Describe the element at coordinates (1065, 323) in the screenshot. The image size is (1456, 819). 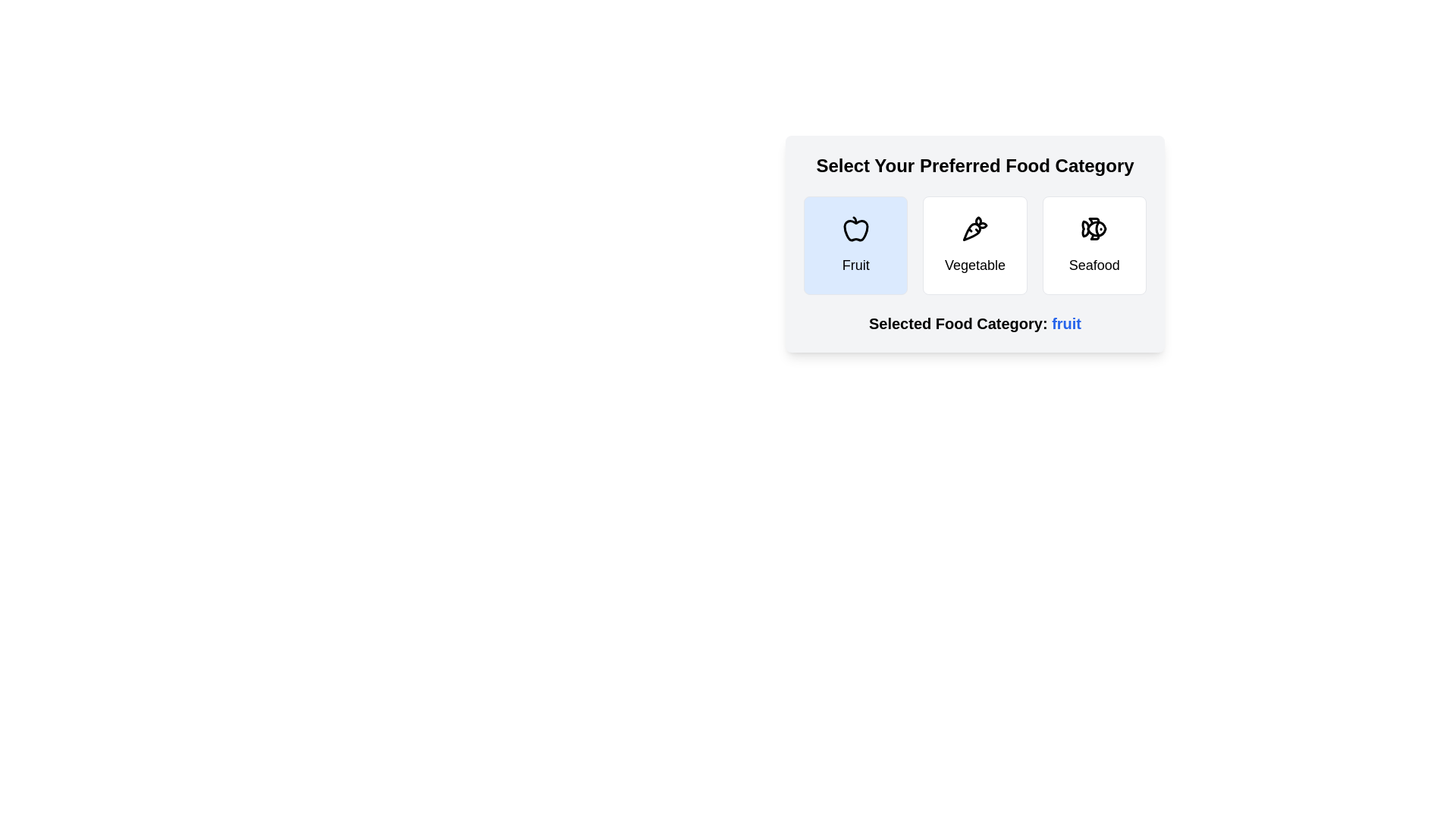
I see `currently displayed static text indicating the selected food category, which appears at the end of the phrase 'Selected Food Category:' in the bottom-right of a card-like component` at that location.